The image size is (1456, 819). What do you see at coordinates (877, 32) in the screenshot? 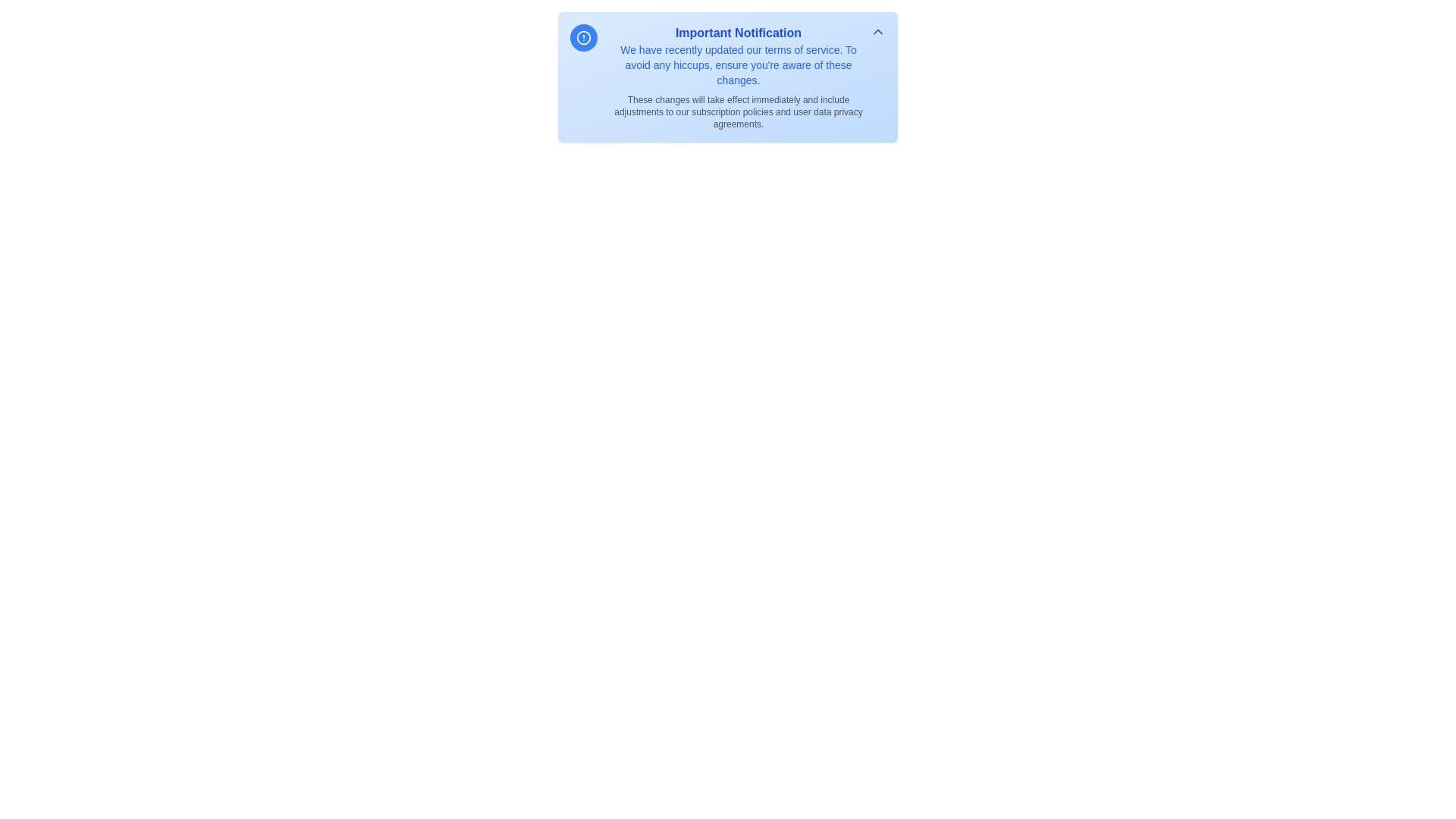
I see `the toggle button to expand or collapse the notification details` at bounding box center [877, 32].